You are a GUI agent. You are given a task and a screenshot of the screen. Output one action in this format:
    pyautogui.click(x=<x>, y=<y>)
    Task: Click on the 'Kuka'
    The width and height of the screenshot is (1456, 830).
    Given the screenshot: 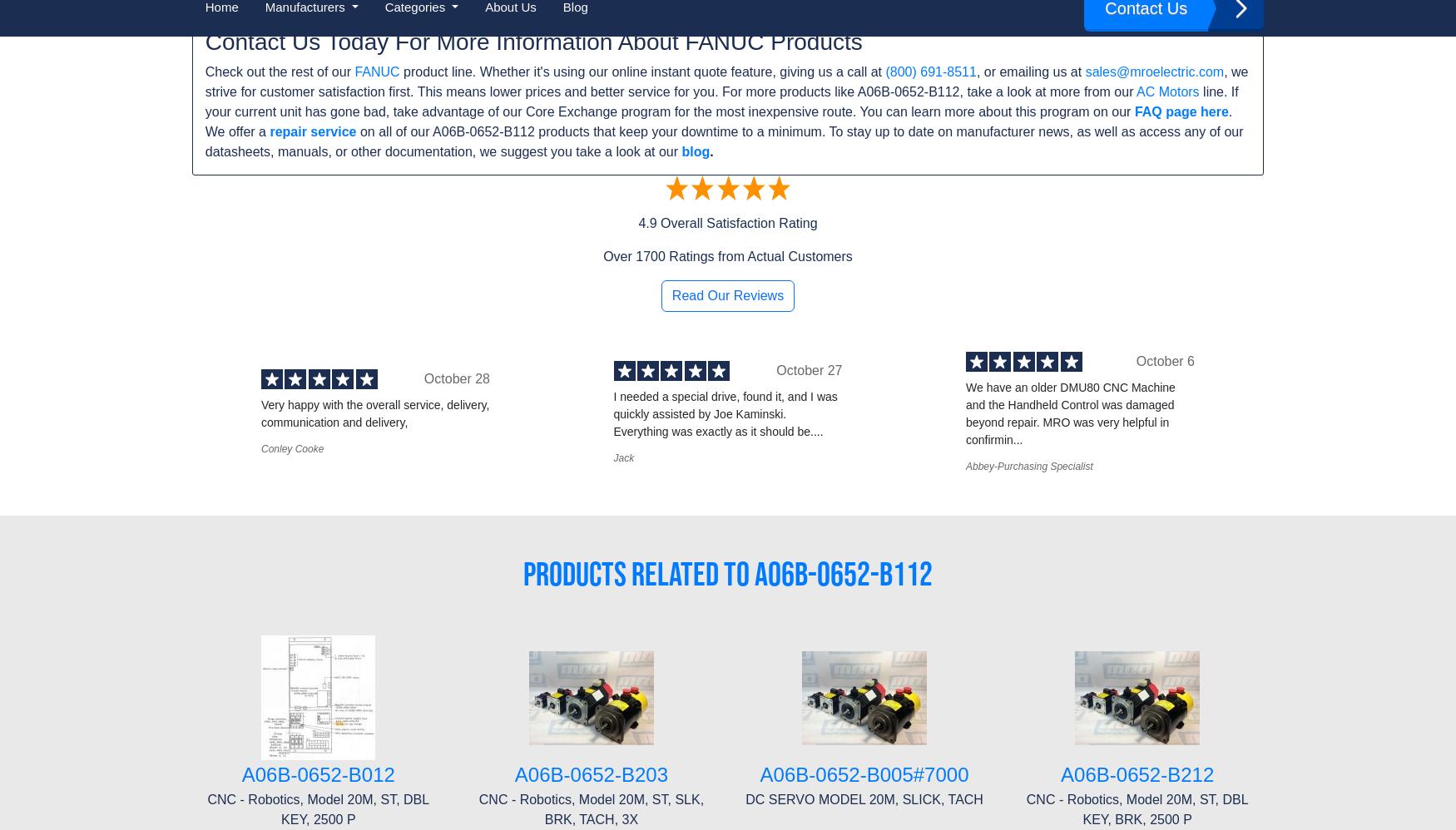 What is the action you would take?
    pyautogui.click(x=479, y=532)
    